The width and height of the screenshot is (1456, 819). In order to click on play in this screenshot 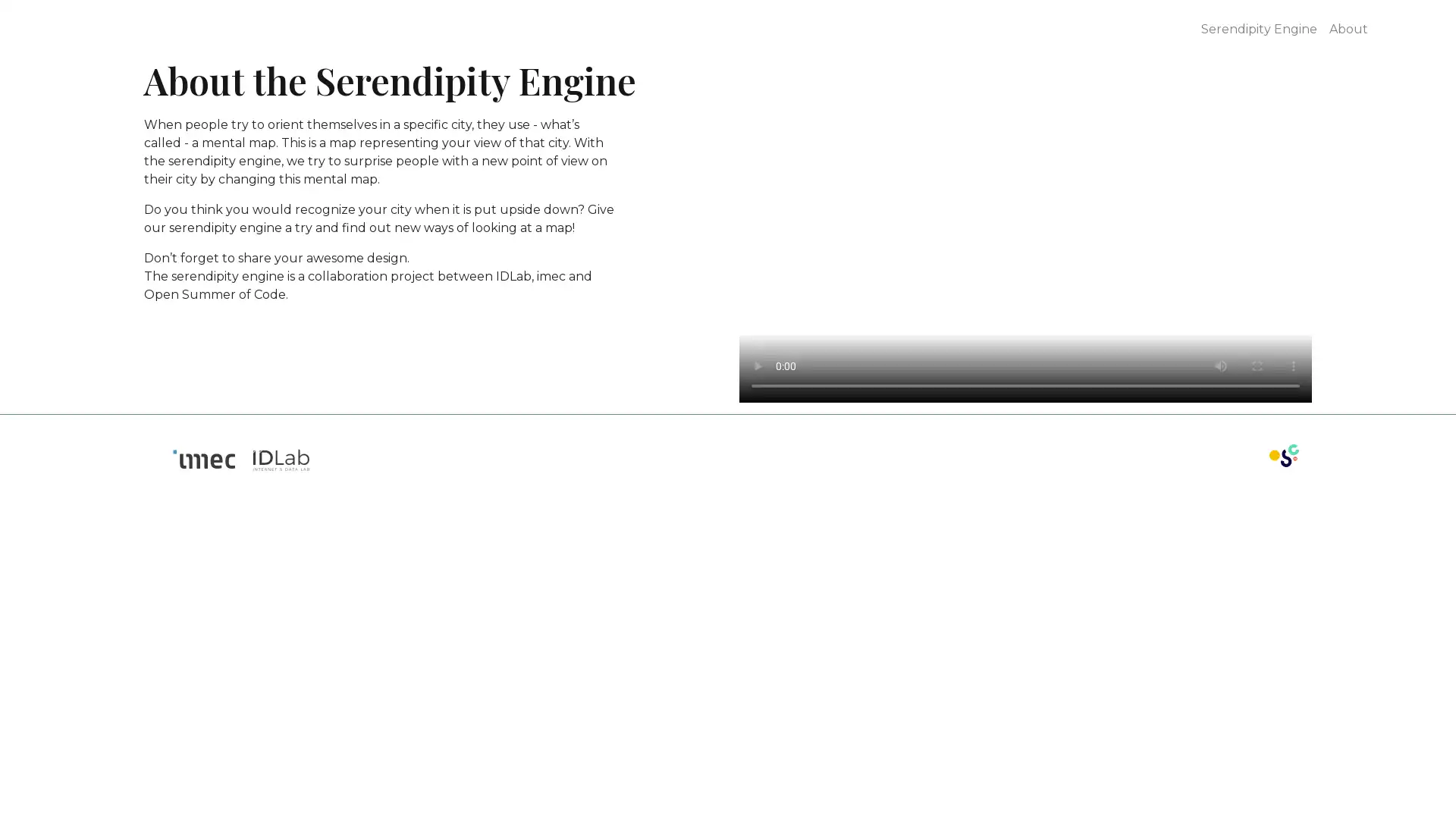, I will do `click(757, 366)`.